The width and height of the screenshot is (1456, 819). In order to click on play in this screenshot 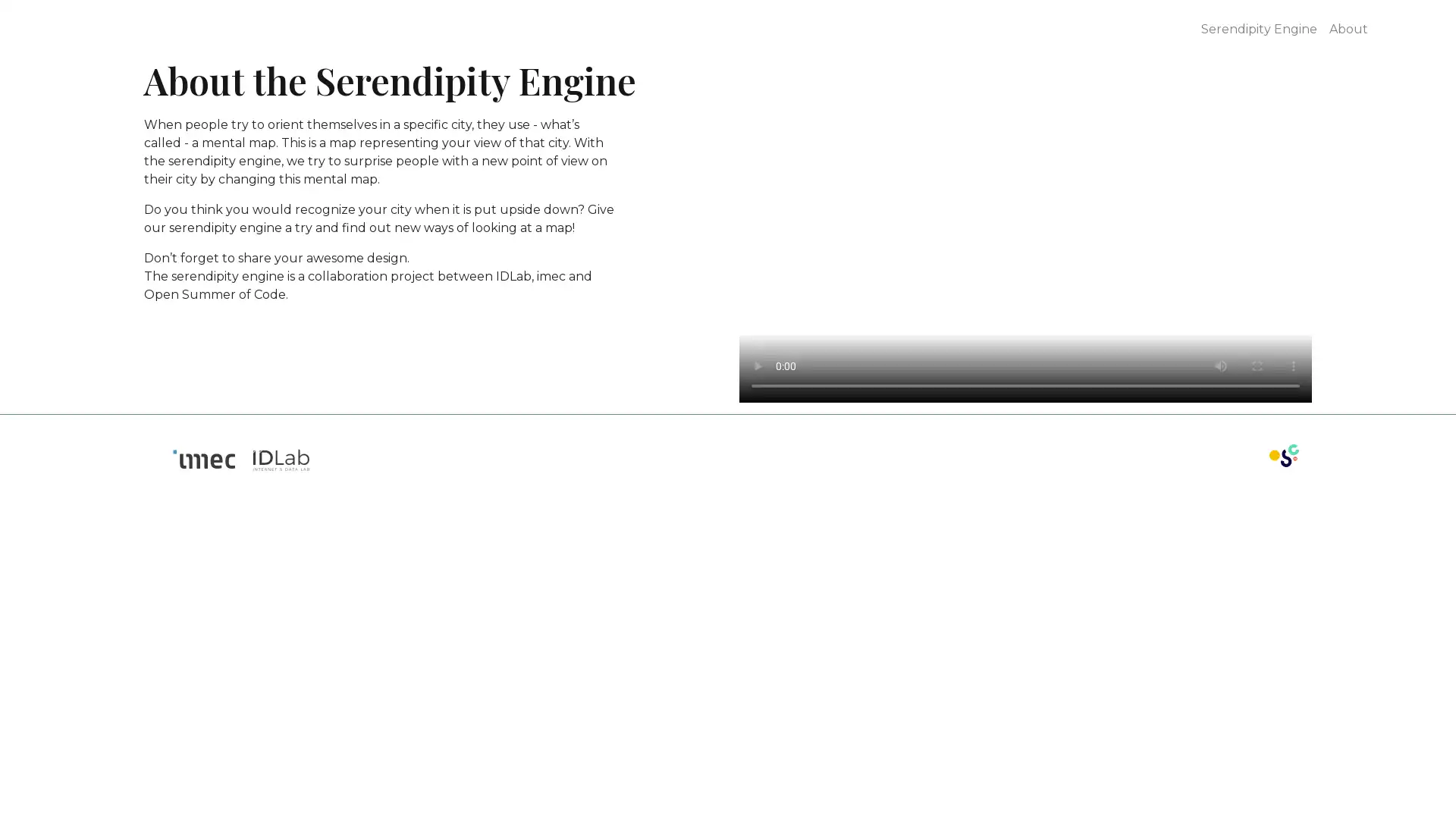, I will do `click(757, 366)`.